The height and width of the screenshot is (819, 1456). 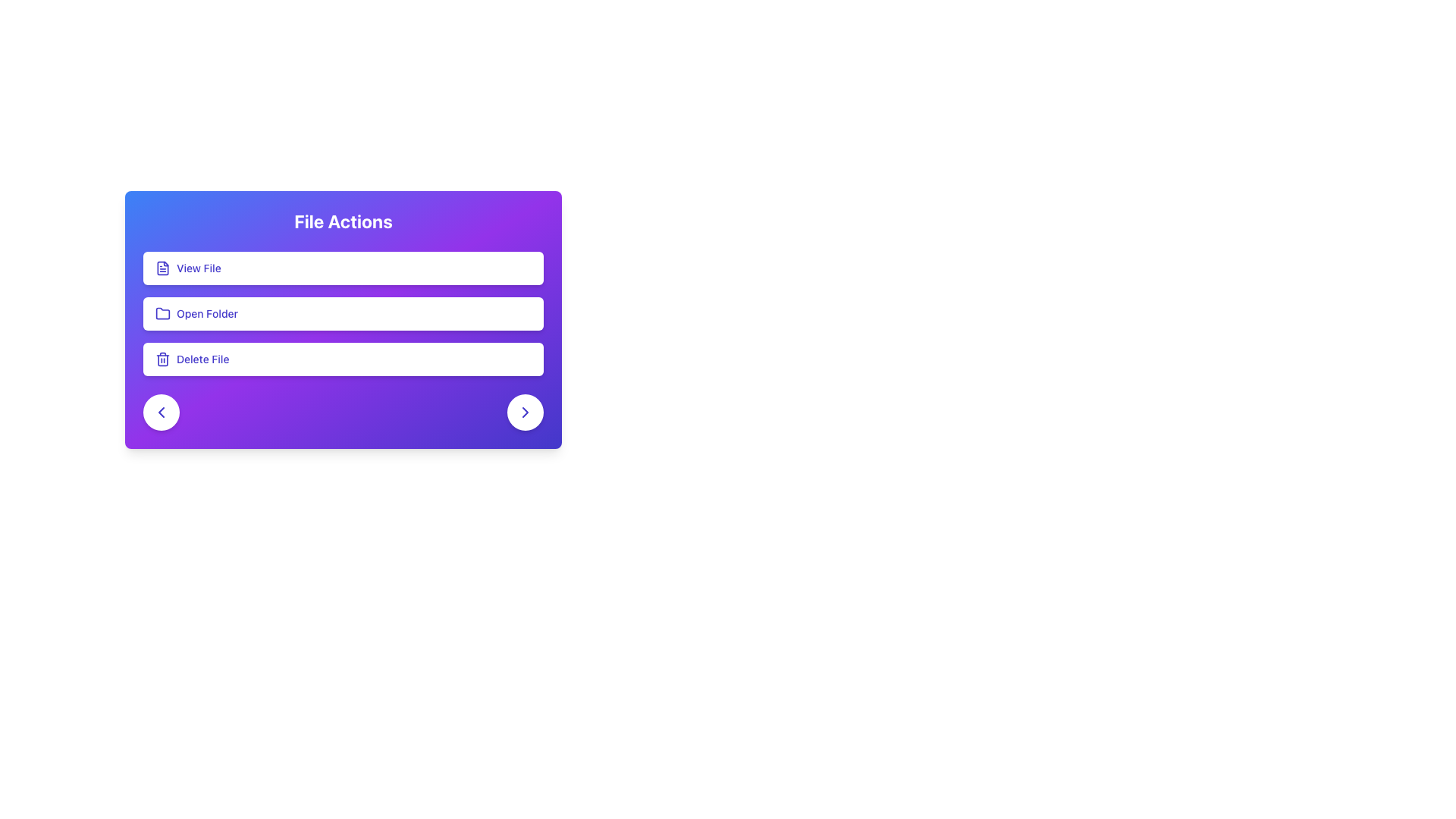 I want to click on the chevron-right icon inside the rounded white button located at the bottom-right section of the purple card containing the 'File Actions' heading to initiate a forward action, so click(x=525, y=412).